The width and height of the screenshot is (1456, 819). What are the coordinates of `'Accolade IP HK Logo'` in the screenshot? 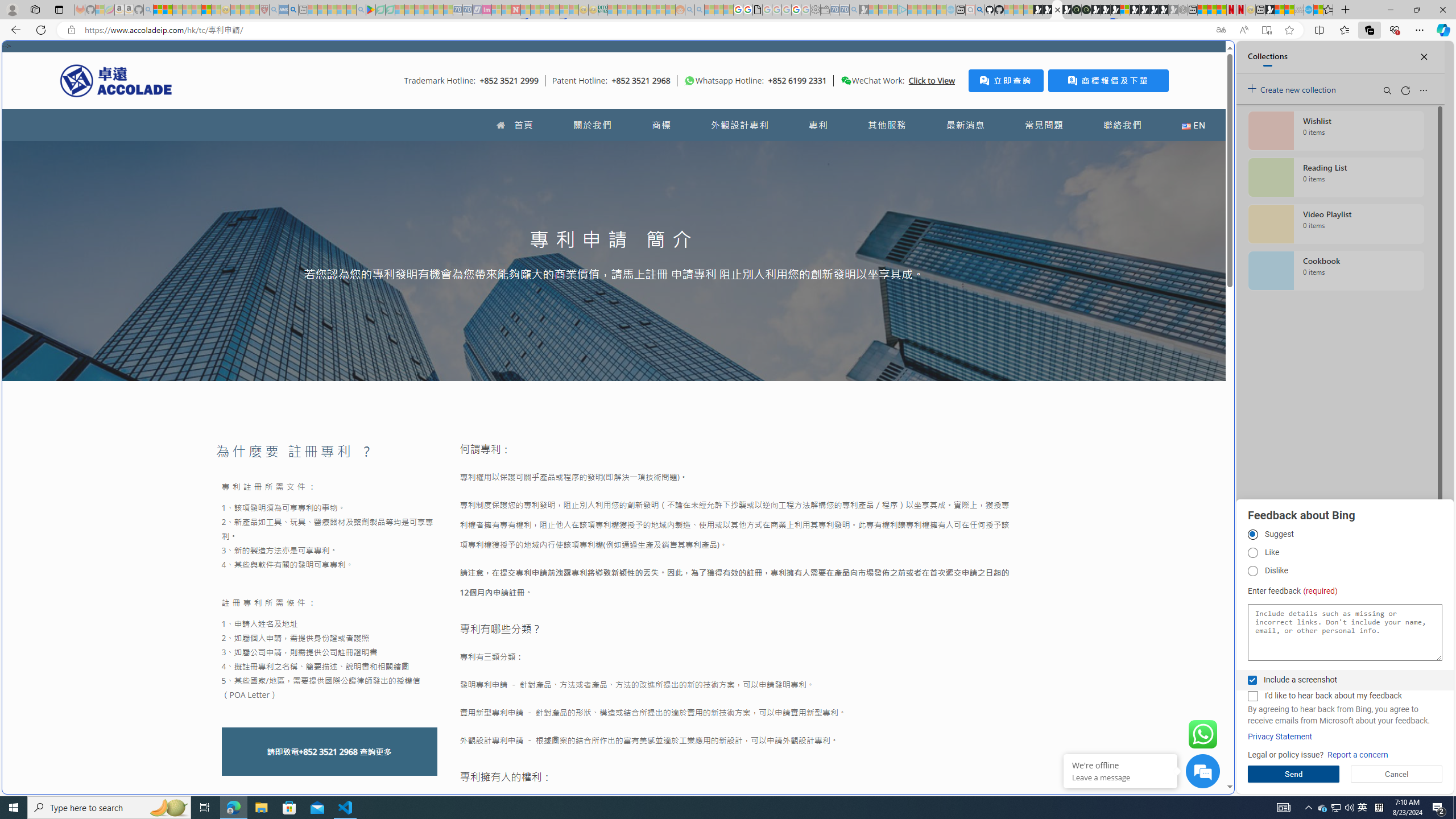 It's located at (115, 80).